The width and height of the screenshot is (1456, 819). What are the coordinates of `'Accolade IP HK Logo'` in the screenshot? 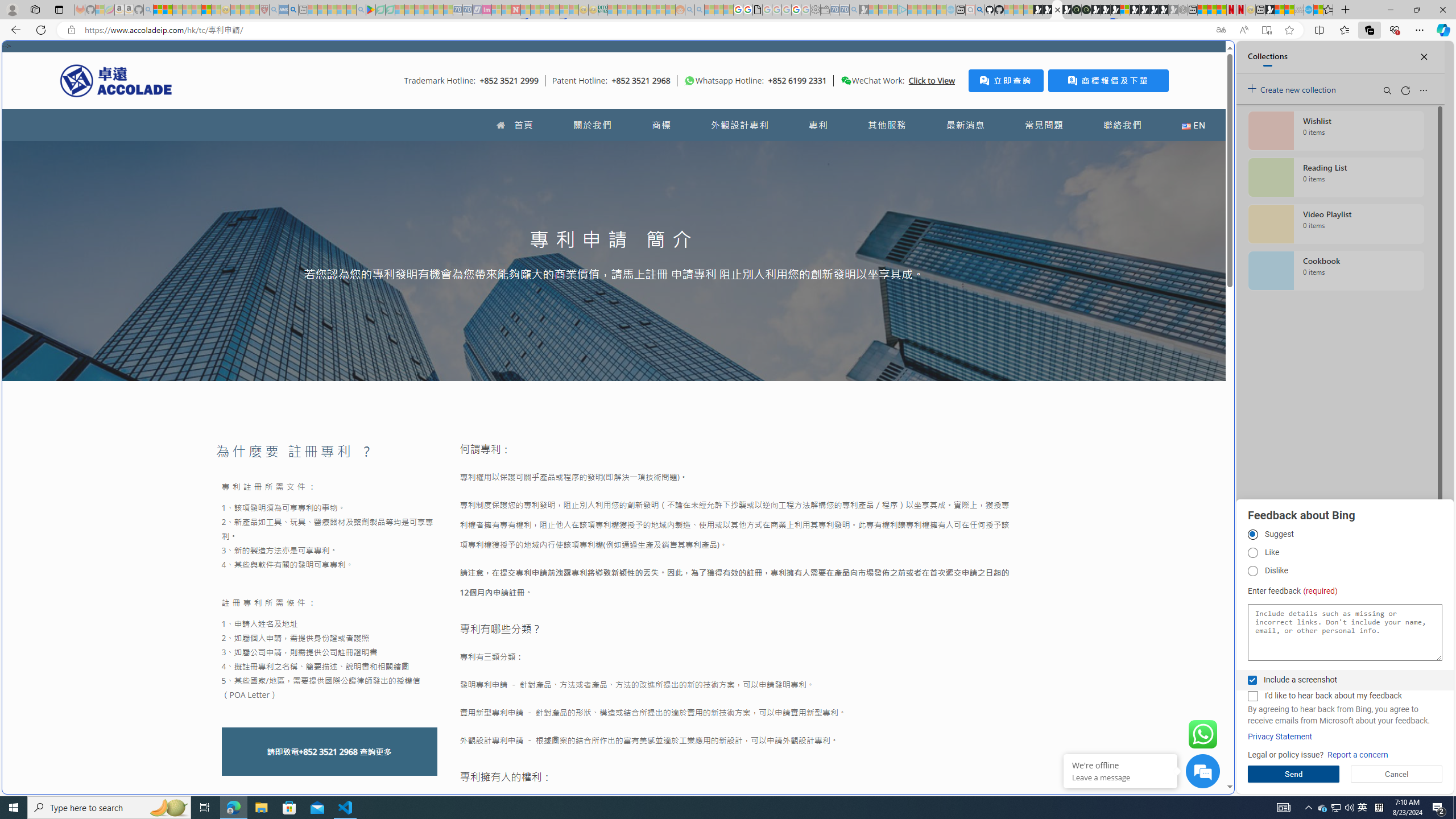 It's located at (115, 80).